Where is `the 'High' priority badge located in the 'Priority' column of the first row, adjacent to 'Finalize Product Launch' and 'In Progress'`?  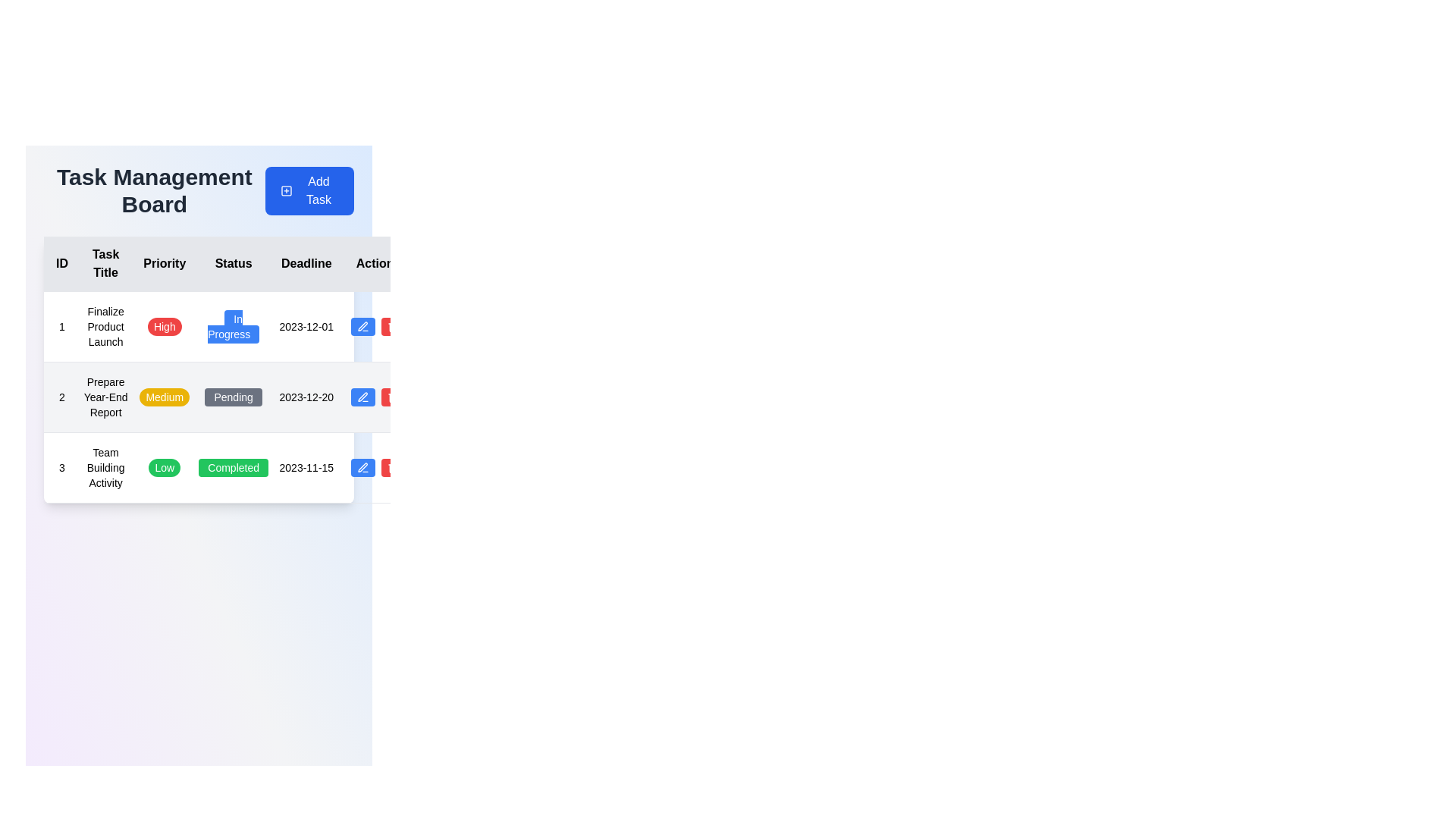 the 'High' priority badge located in the 'Priority' column of the first row, adjacent to 'Finalize Product Launch' and 'In Progress' is located at coordinates (165, 326).